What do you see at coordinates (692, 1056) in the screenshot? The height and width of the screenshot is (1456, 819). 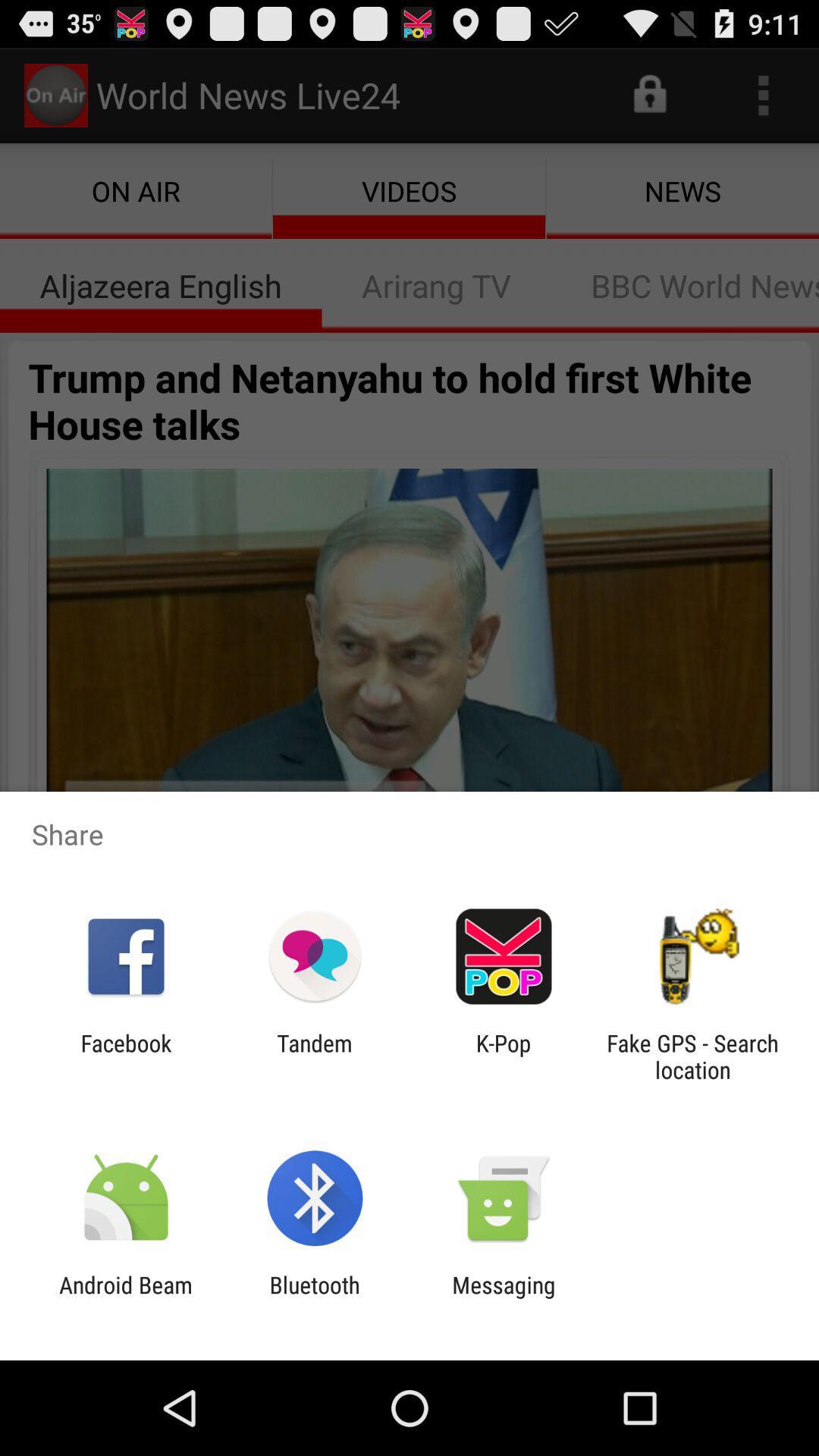 I see `icon next to k-pop icon` at bounding box center [692, 1056].